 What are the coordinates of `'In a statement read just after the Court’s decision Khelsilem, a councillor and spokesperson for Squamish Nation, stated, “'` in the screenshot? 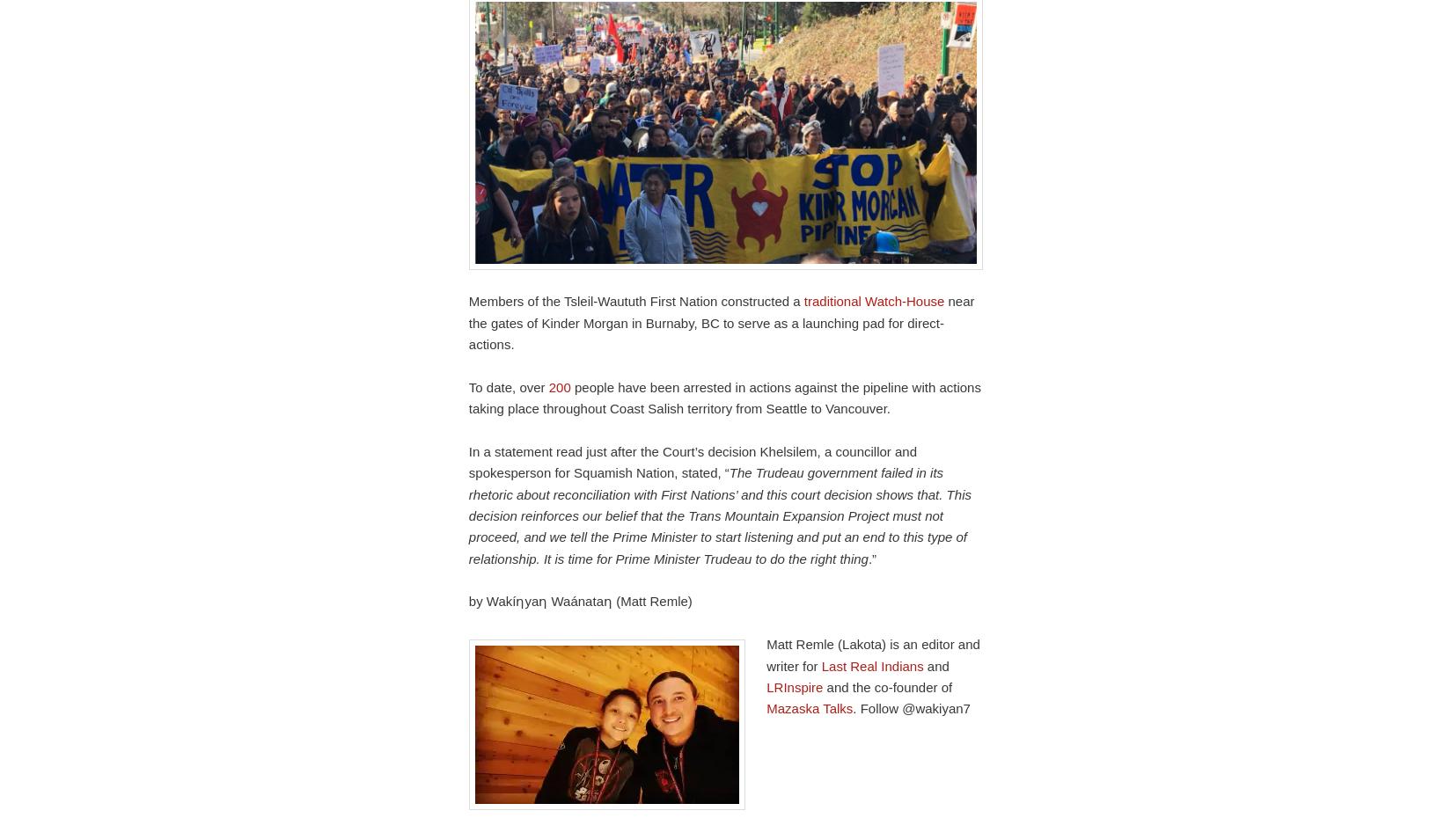 It's located at (692, 461).